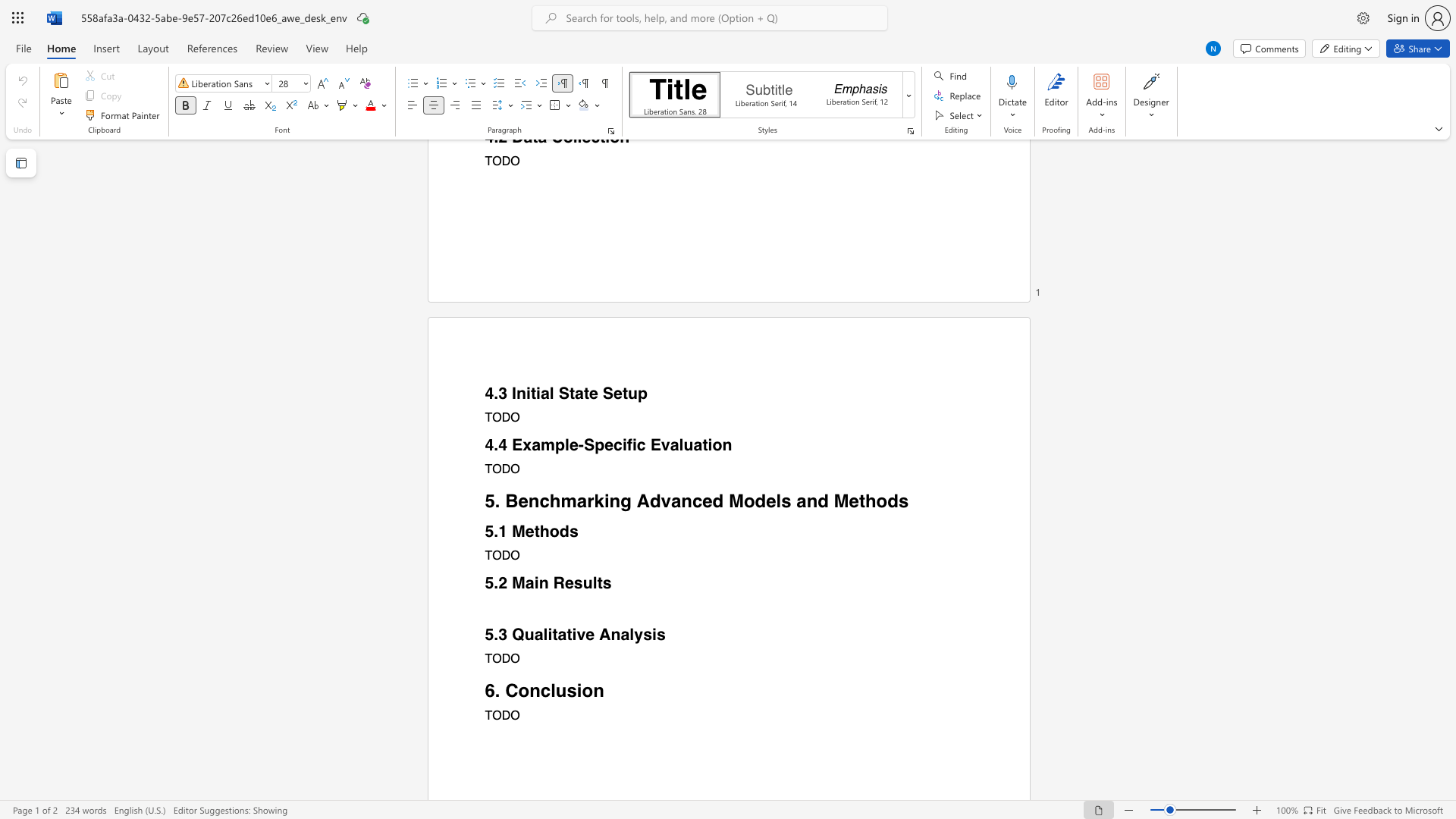 Image resolution: width=1456 pixels, height=819 pixels. What do you see at coordinates (620, 500) in the screenshot?
I see `the subset text "g Advanced Models and Metho" within the text "5. Benchmarking Advanced Models and Methods"` at bounding box center [620, 500].